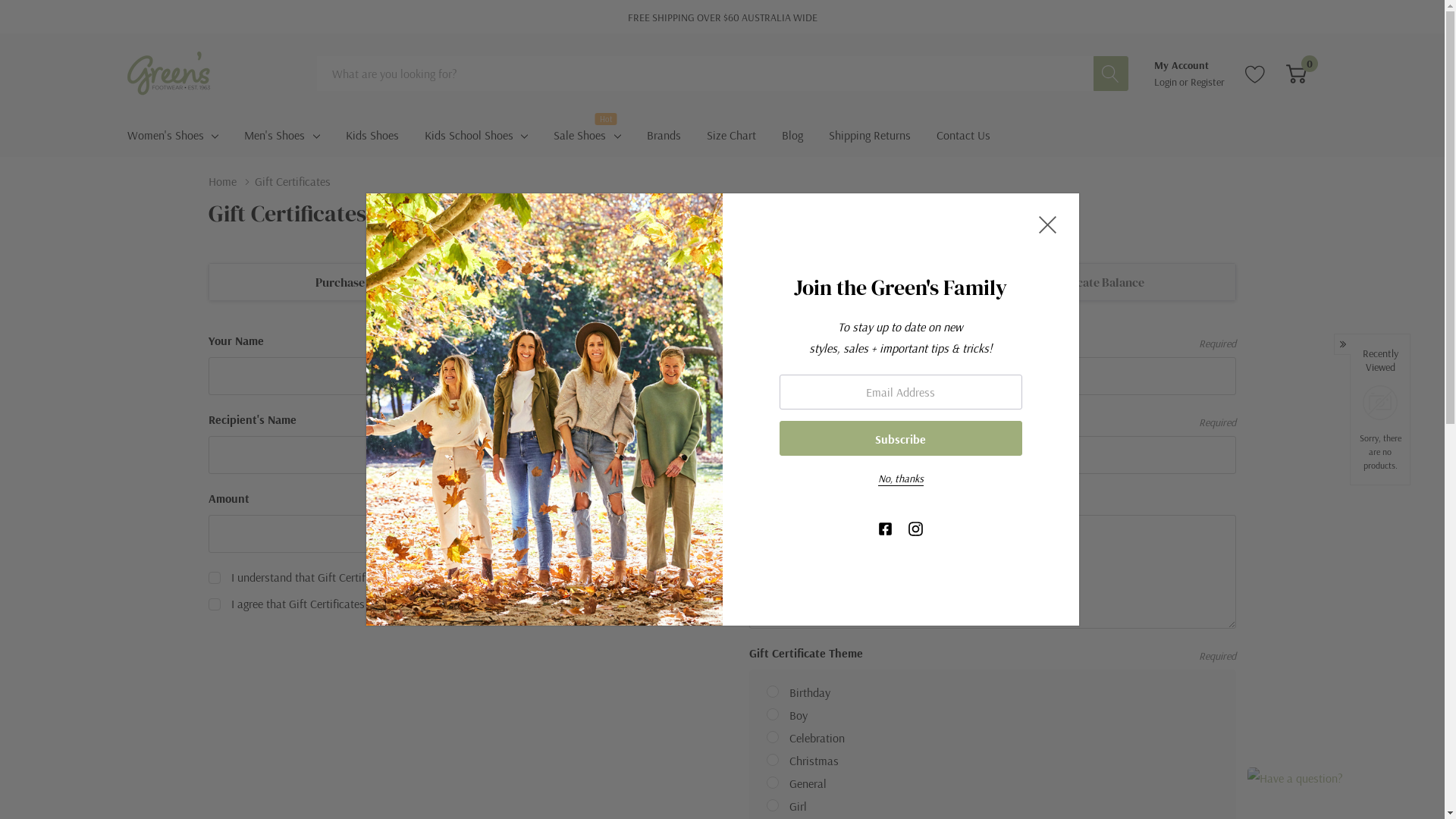 The image size is (1456, 819). I want to click on 'Redeem Gift Certificate', so click(551, 281).